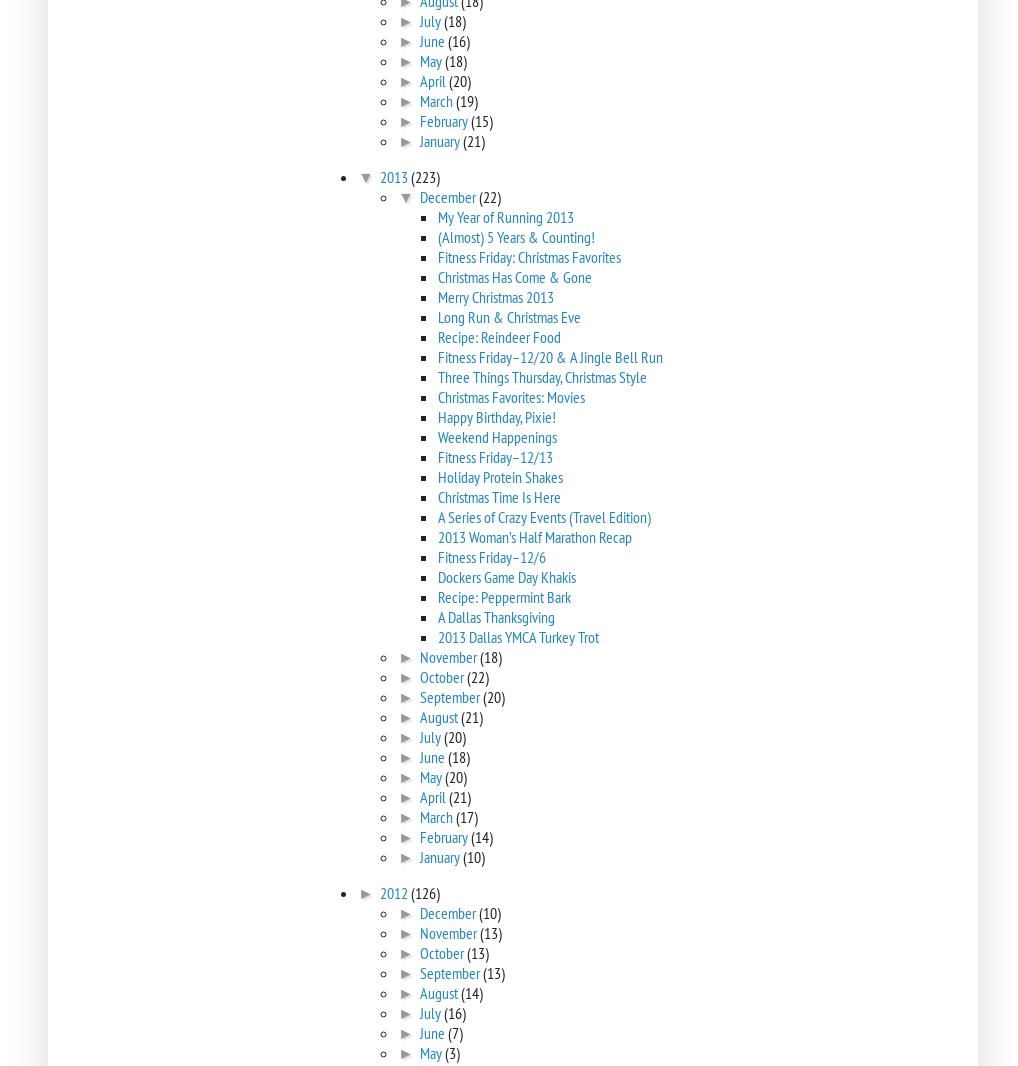  What do you see at coordinates (496, 417) in the screenshot?
I see `'Happy Birthday, Pixie!'` at bounding box center [496, 417].